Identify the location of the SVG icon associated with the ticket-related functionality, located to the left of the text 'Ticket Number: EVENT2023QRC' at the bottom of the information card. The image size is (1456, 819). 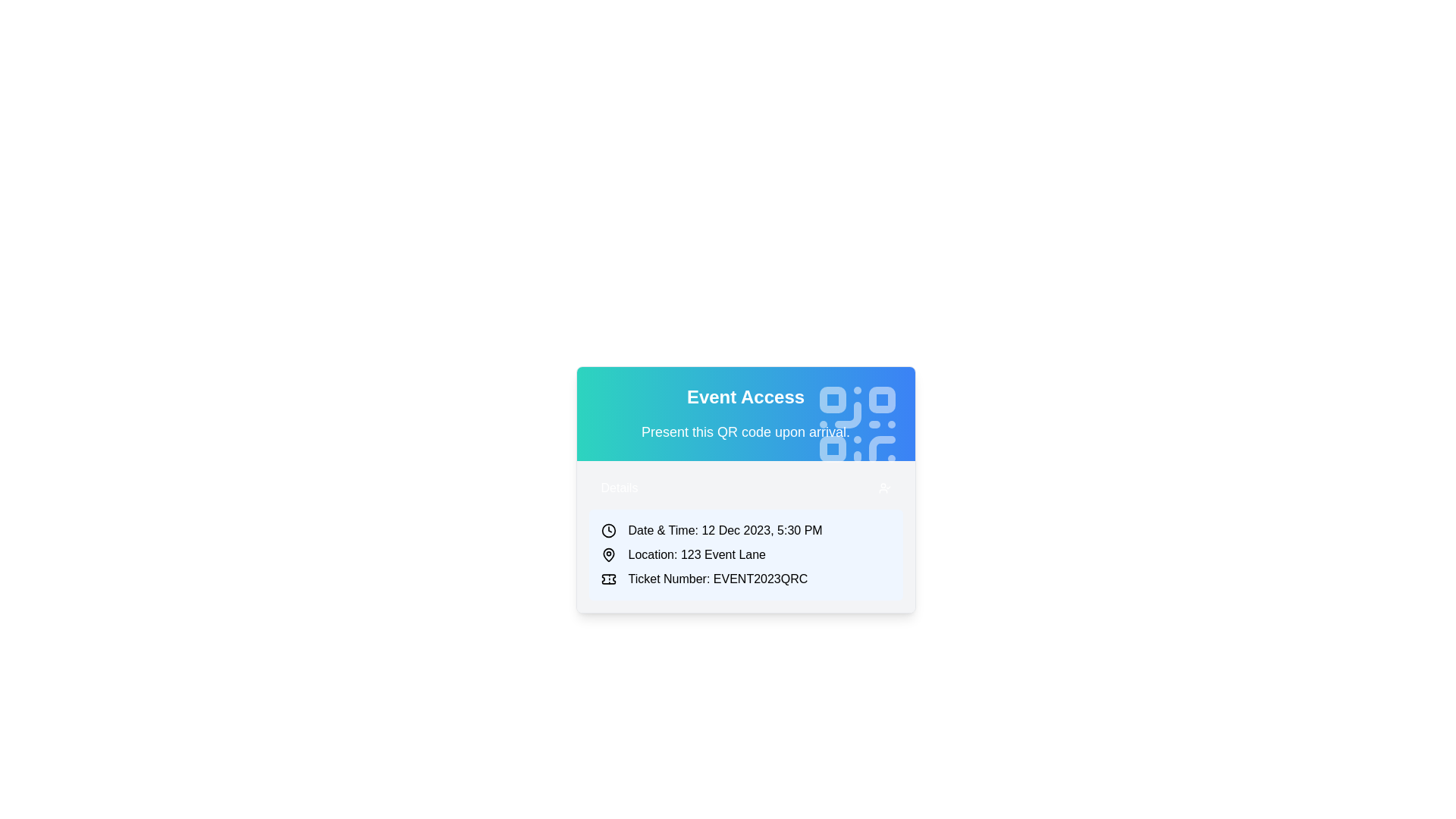
(608, 579).